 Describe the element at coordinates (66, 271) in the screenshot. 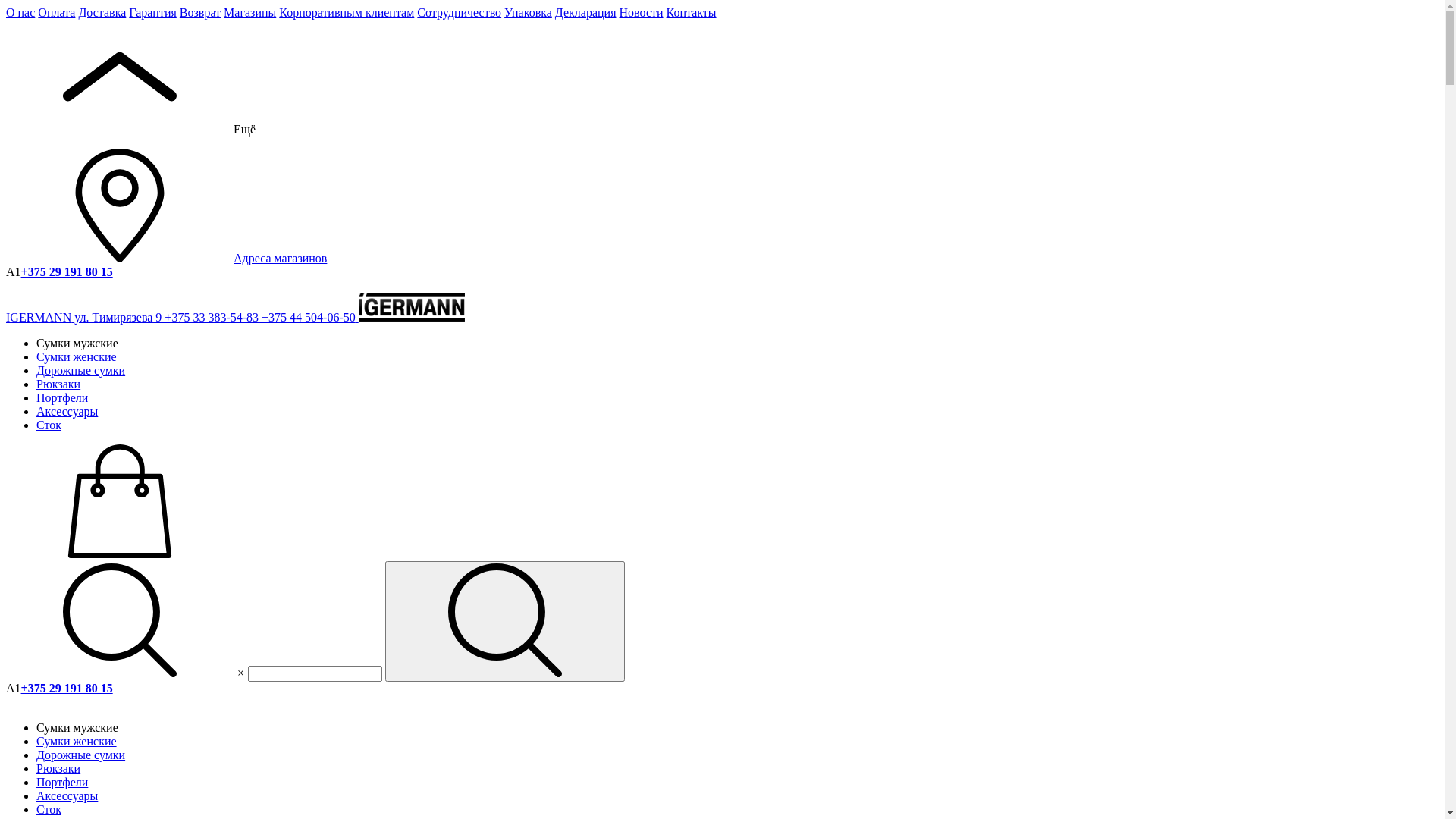

I see `'+375 29 191 80 15'` at that location.